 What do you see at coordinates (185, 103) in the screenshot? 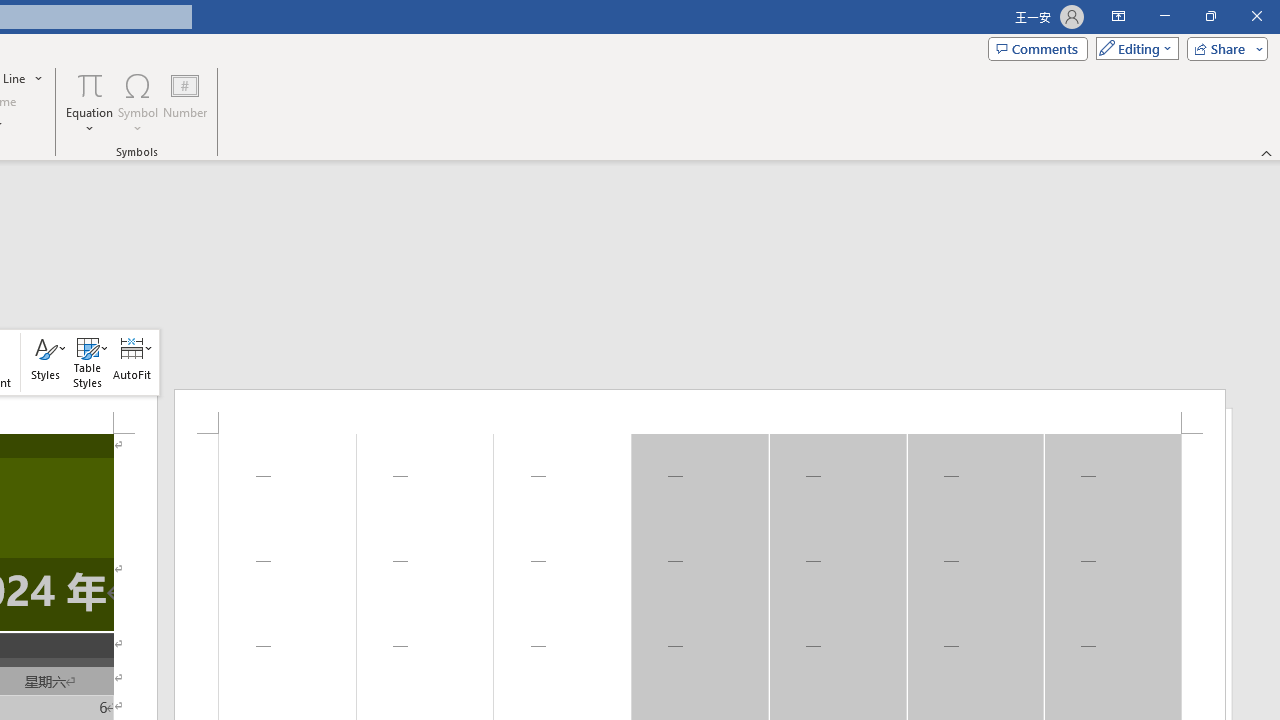
I see `'Number...'` at bounding box center [185, 103].